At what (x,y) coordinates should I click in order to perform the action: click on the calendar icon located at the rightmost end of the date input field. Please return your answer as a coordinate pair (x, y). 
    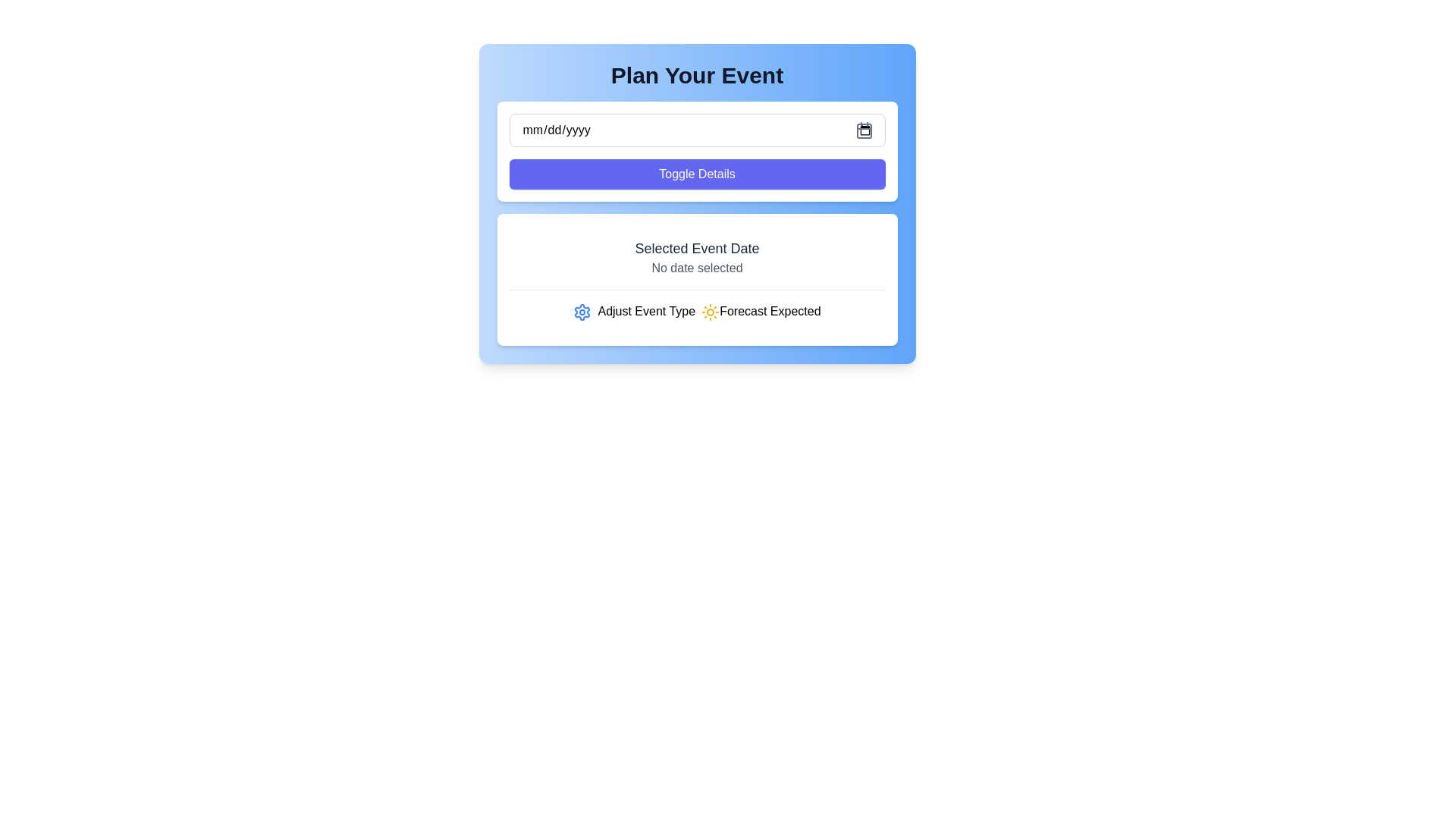
    Looking at the image, I should click on (864, 130).